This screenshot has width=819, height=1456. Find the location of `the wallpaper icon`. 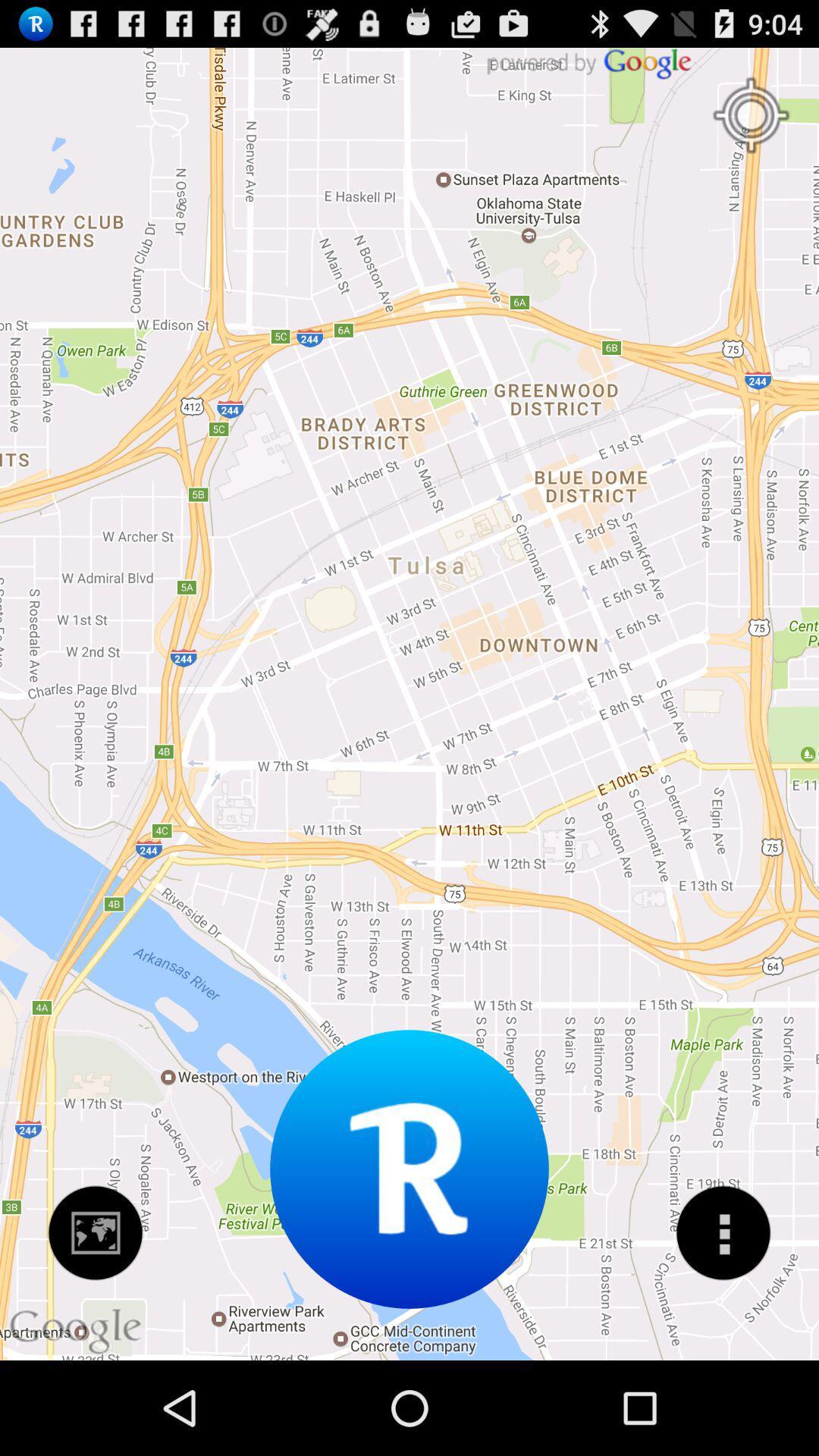

the wallpaper icon is located at coordinates (96, 1319).